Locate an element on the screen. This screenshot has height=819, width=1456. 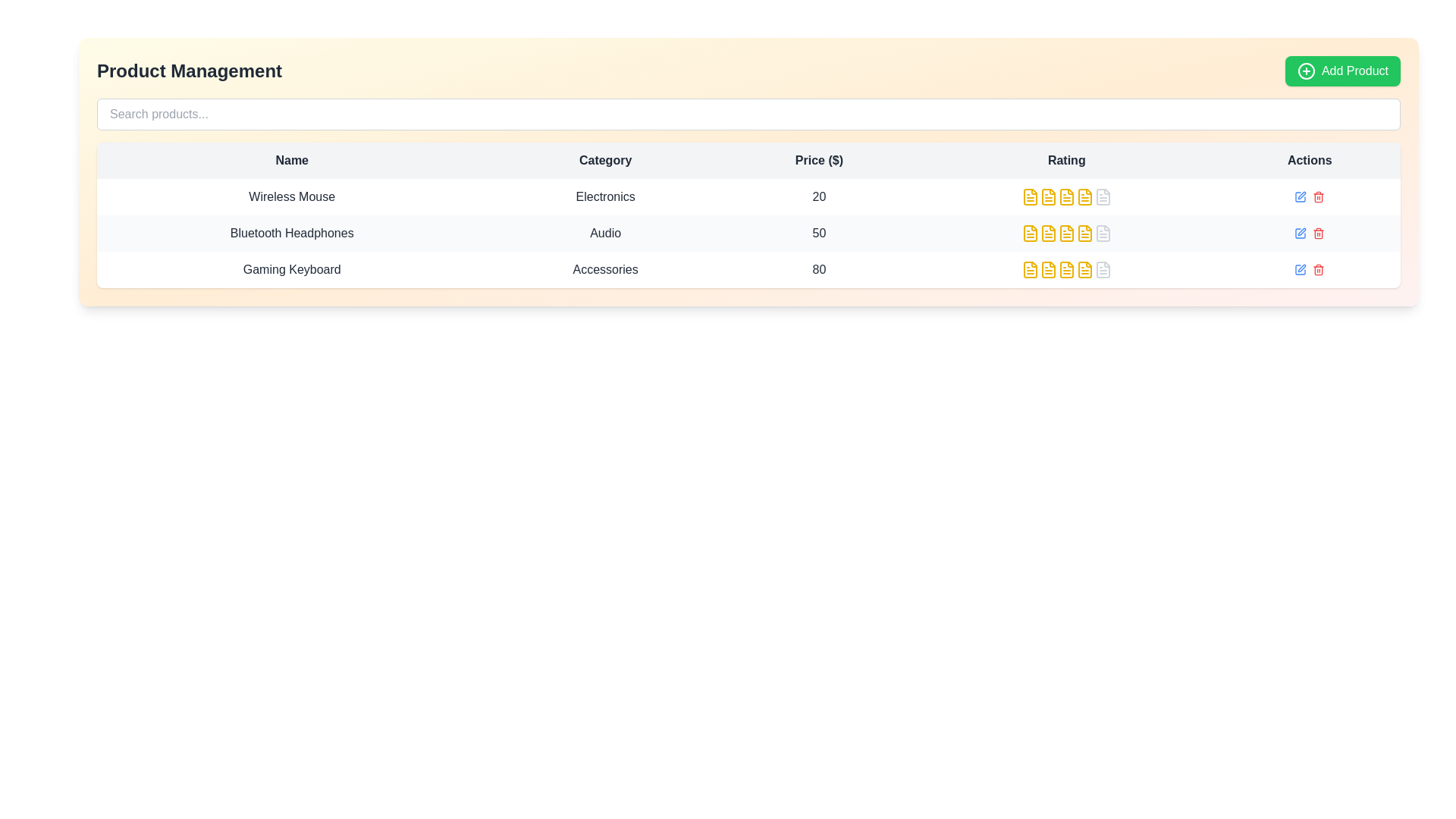
the red trash can icon in the 'Actions' column of the data table is located at coordinates (1317, 196).